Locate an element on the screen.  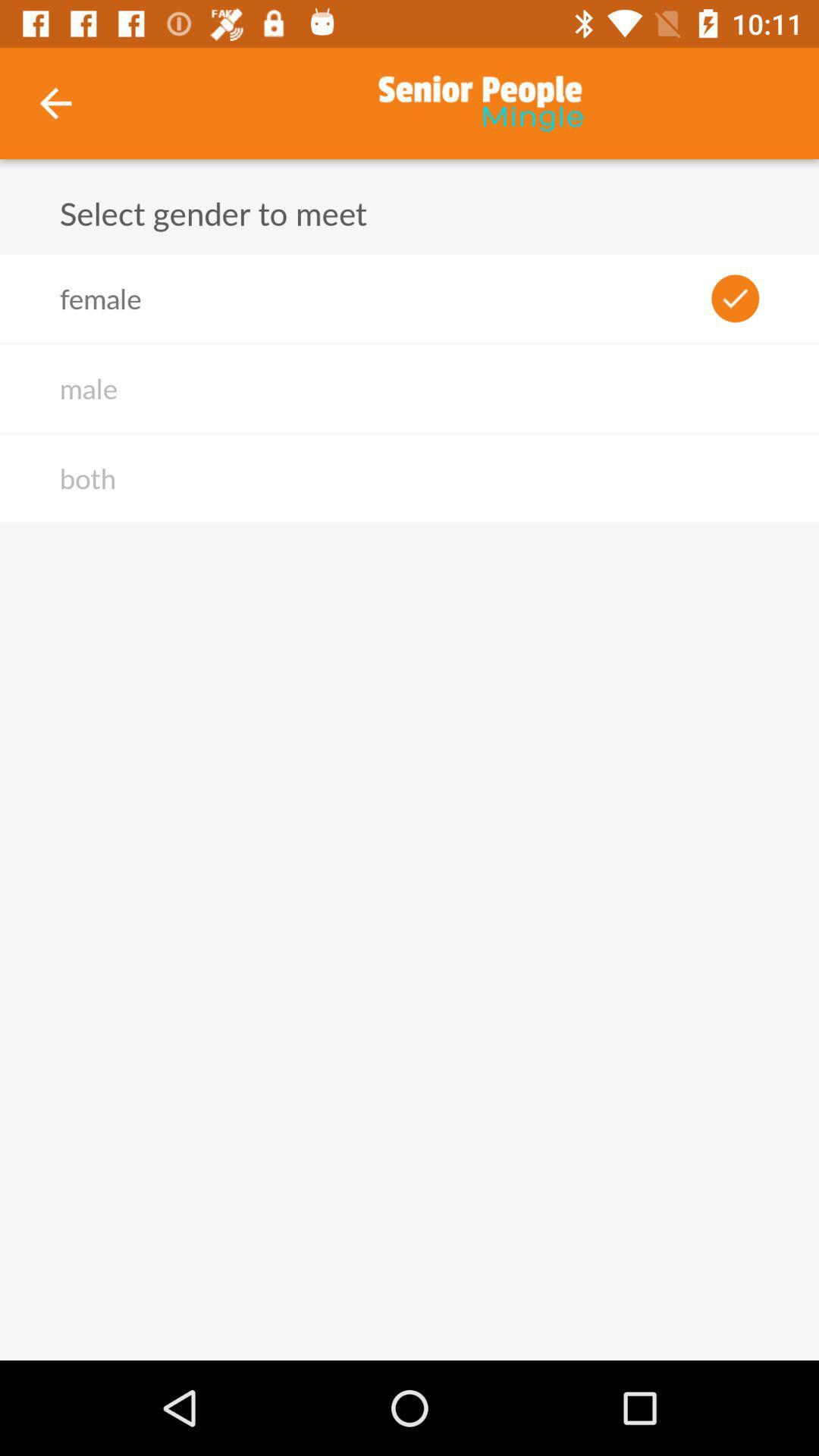
the item above select gender to item is located at coordinates (55, 102).